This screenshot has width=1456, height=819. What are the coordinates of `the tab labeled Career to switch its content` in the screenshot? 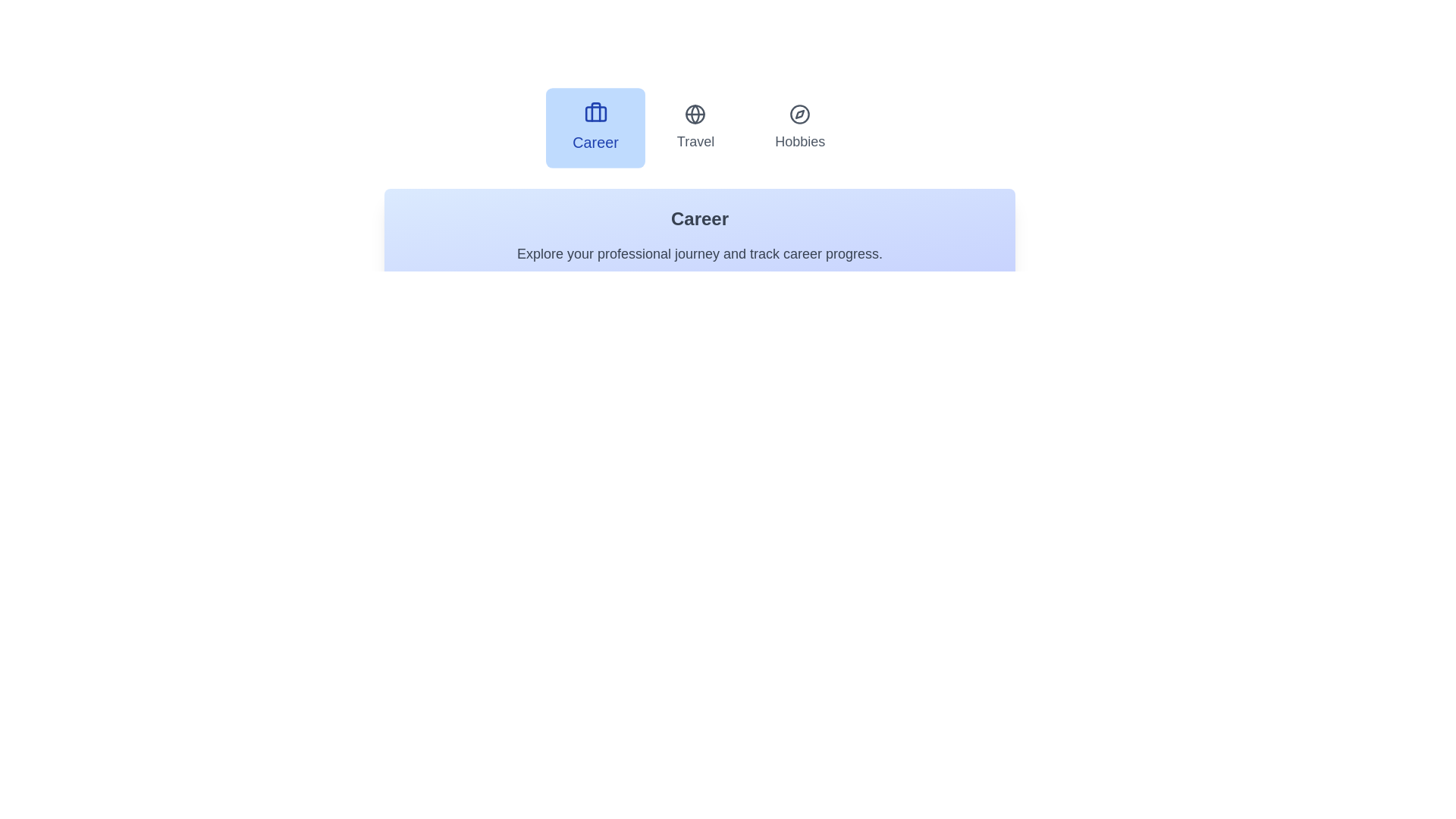 It's located at (595, 127).